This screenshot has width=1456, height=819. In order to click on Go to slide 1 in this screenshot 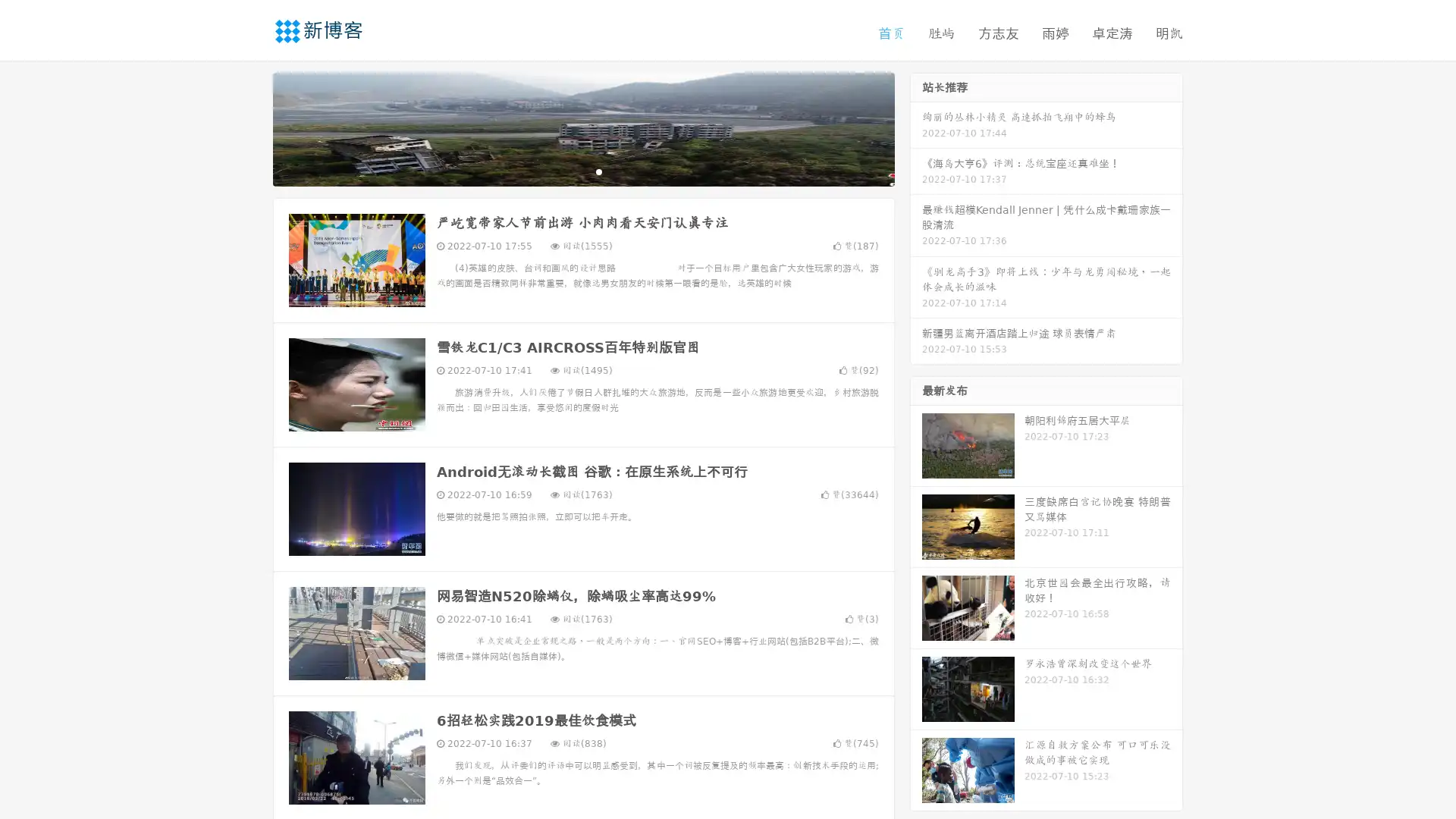, I will do `click(567, 171)`.